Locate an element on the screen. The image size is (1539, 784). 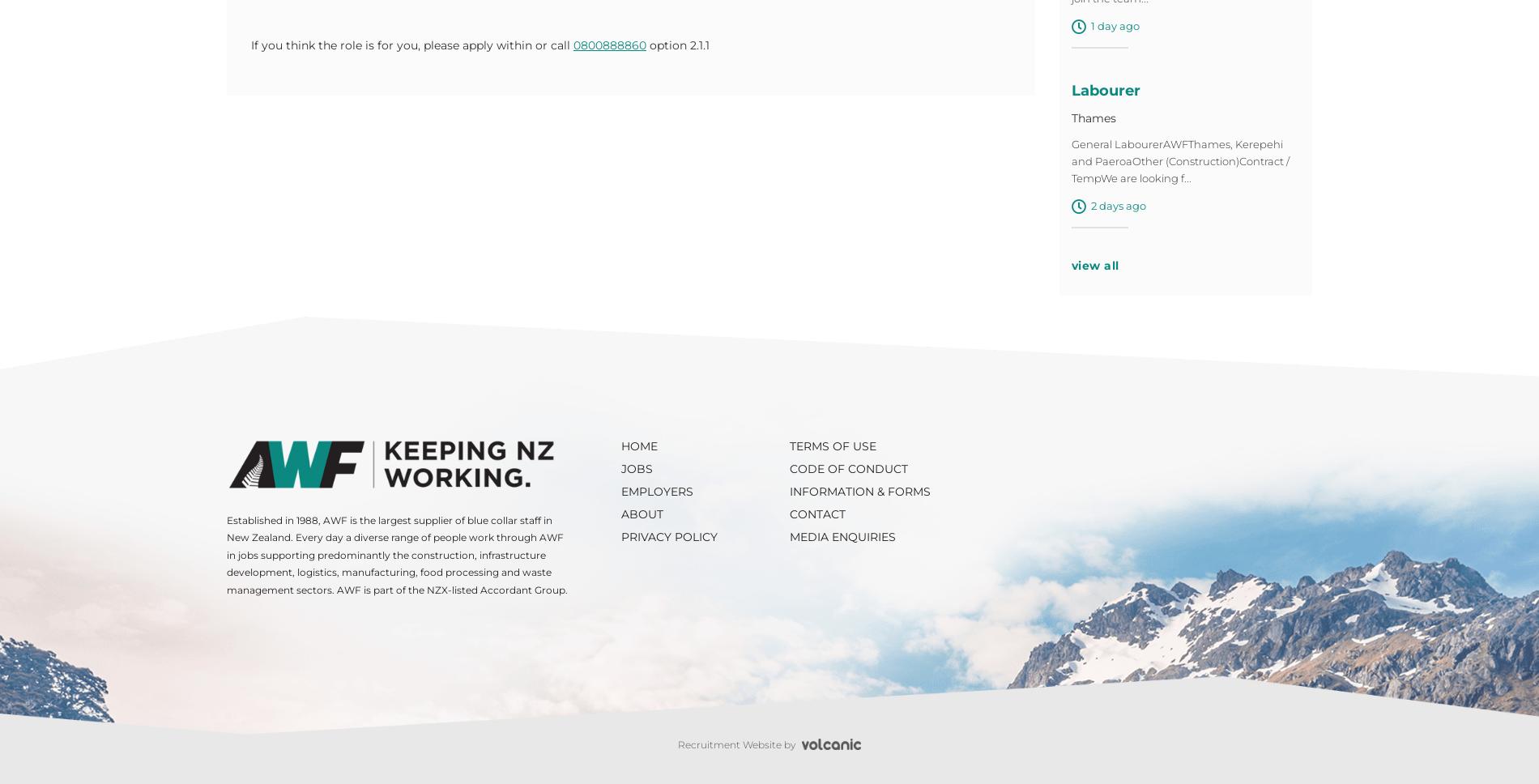
'Information & Forms' is located at coordinates (788, 494).